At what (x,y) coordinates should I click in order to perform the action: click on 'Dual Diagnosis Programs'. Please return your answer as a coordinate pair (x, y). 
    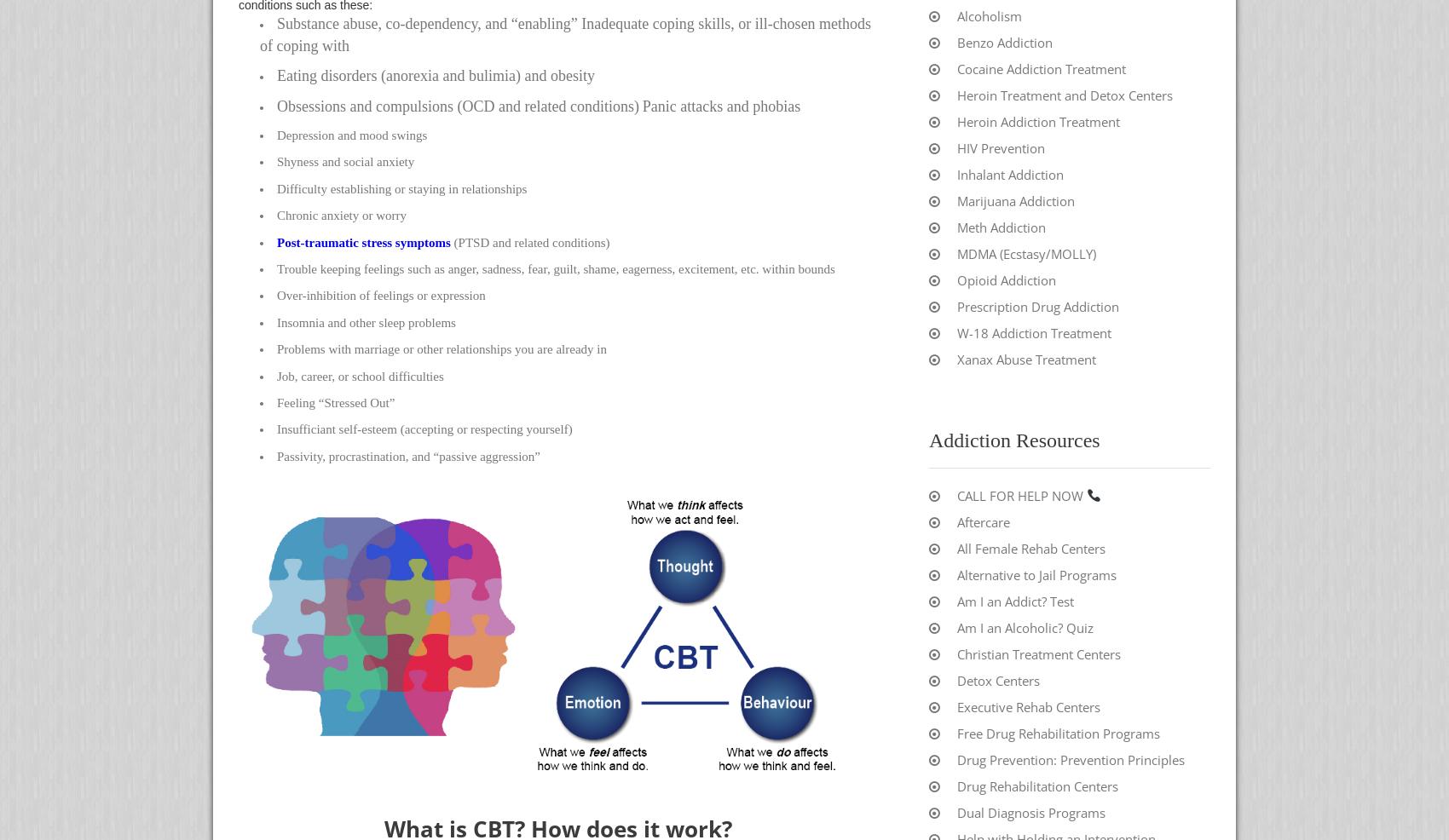
    Looking at the image, I should click on (1030, 811).